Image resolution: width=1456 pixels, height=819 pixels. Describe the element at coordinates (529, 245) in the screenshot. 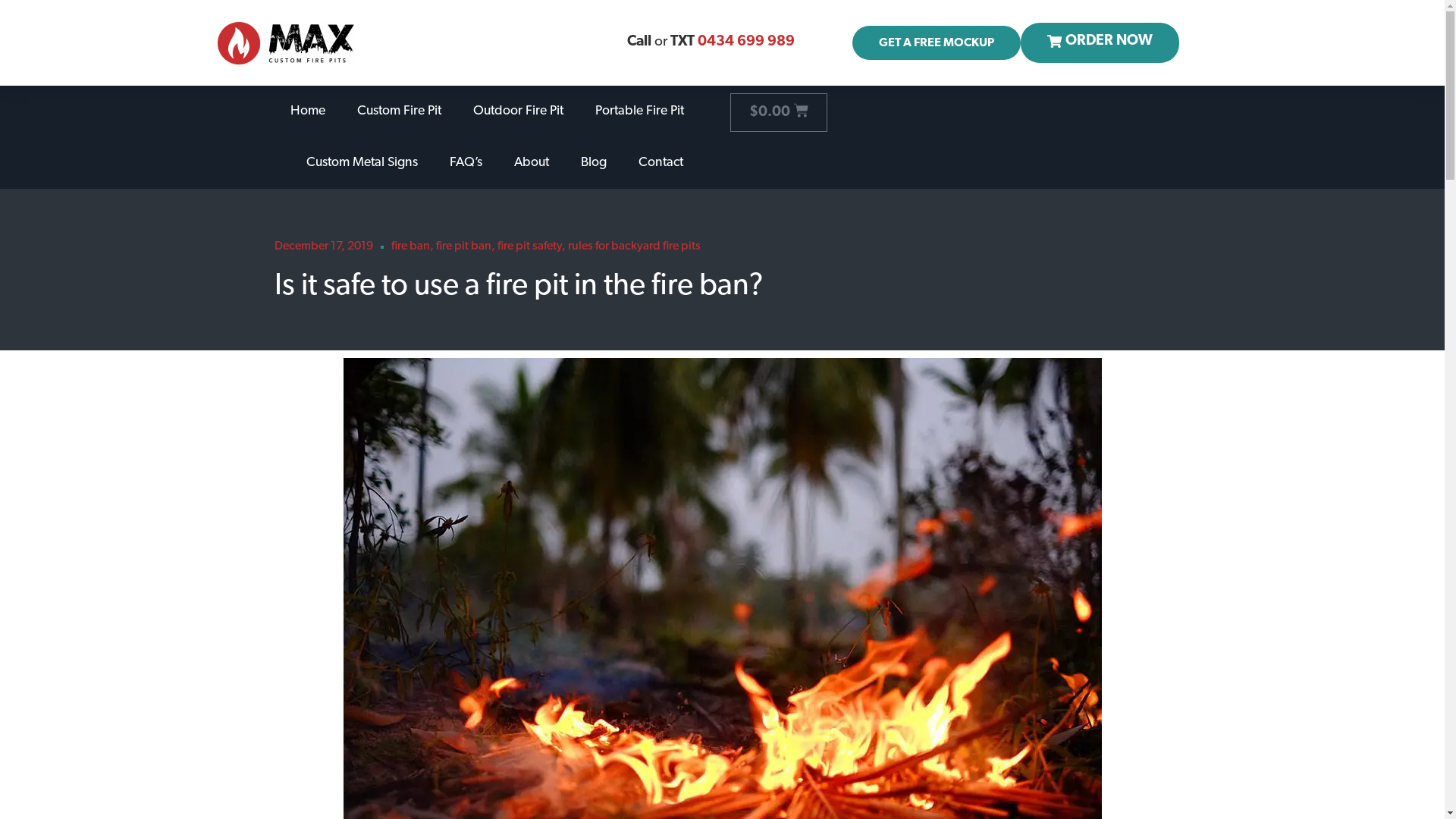

I see `'fire pit safety'` at that location.